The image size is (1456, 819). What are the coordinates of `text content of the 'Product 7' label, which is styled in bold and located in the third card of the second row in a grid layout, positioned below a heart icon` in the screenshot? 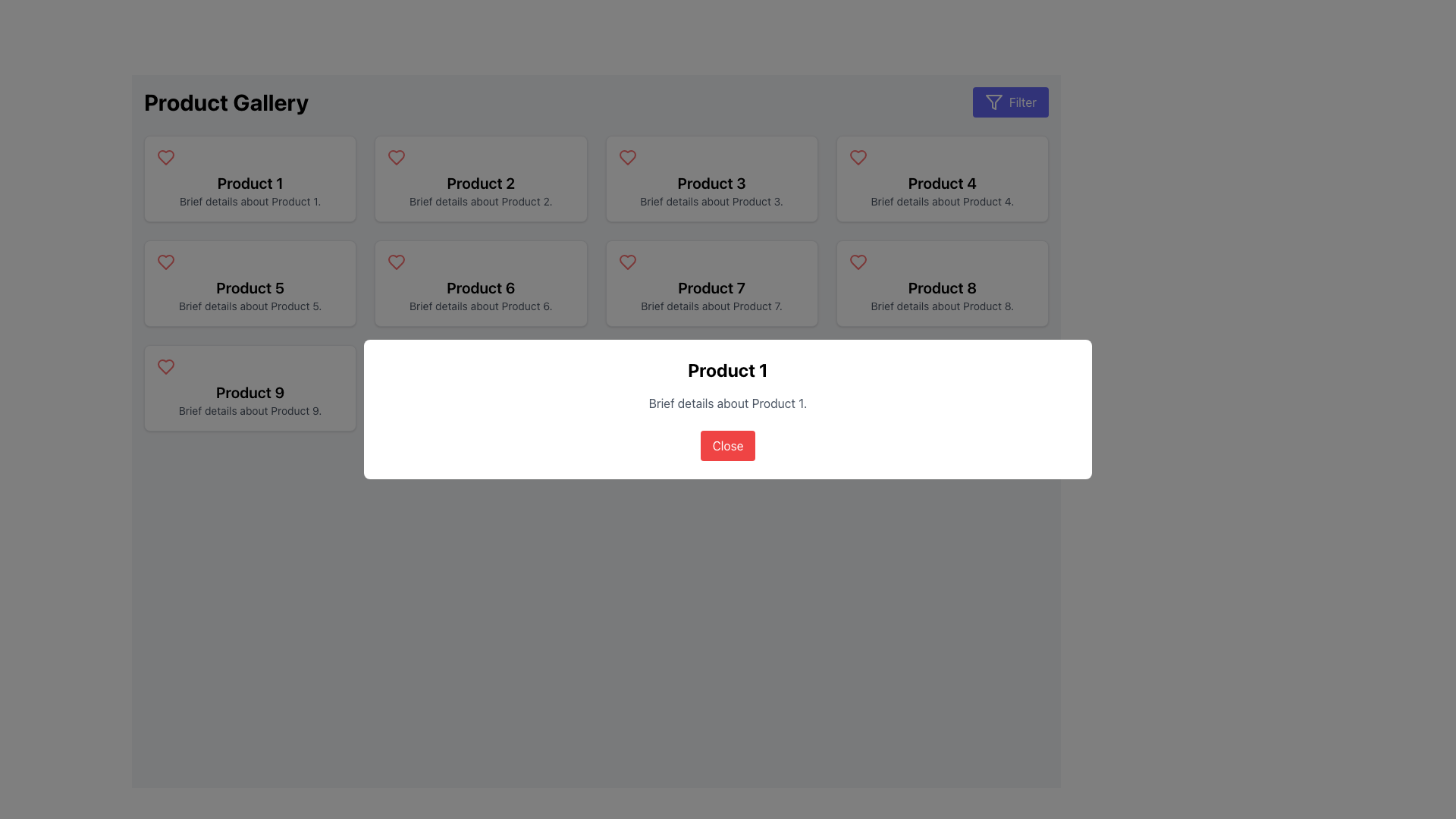 It's located at (711, 288).